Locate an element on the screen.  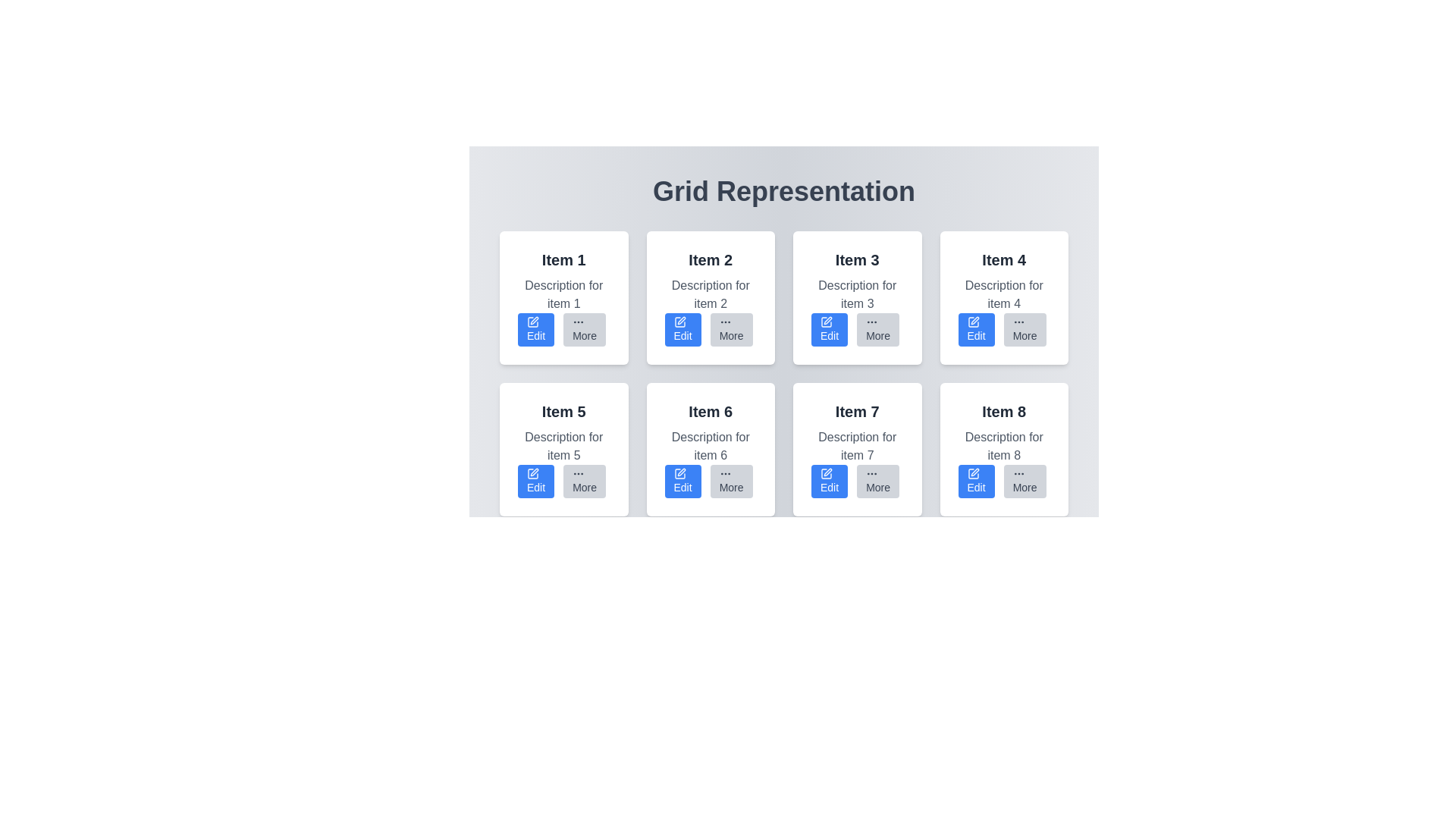
the horizontal ellipsis icon located at the bottom-right corner of the 'More' button in the grid layout for Item 2 is located at coordinates (724, 321).